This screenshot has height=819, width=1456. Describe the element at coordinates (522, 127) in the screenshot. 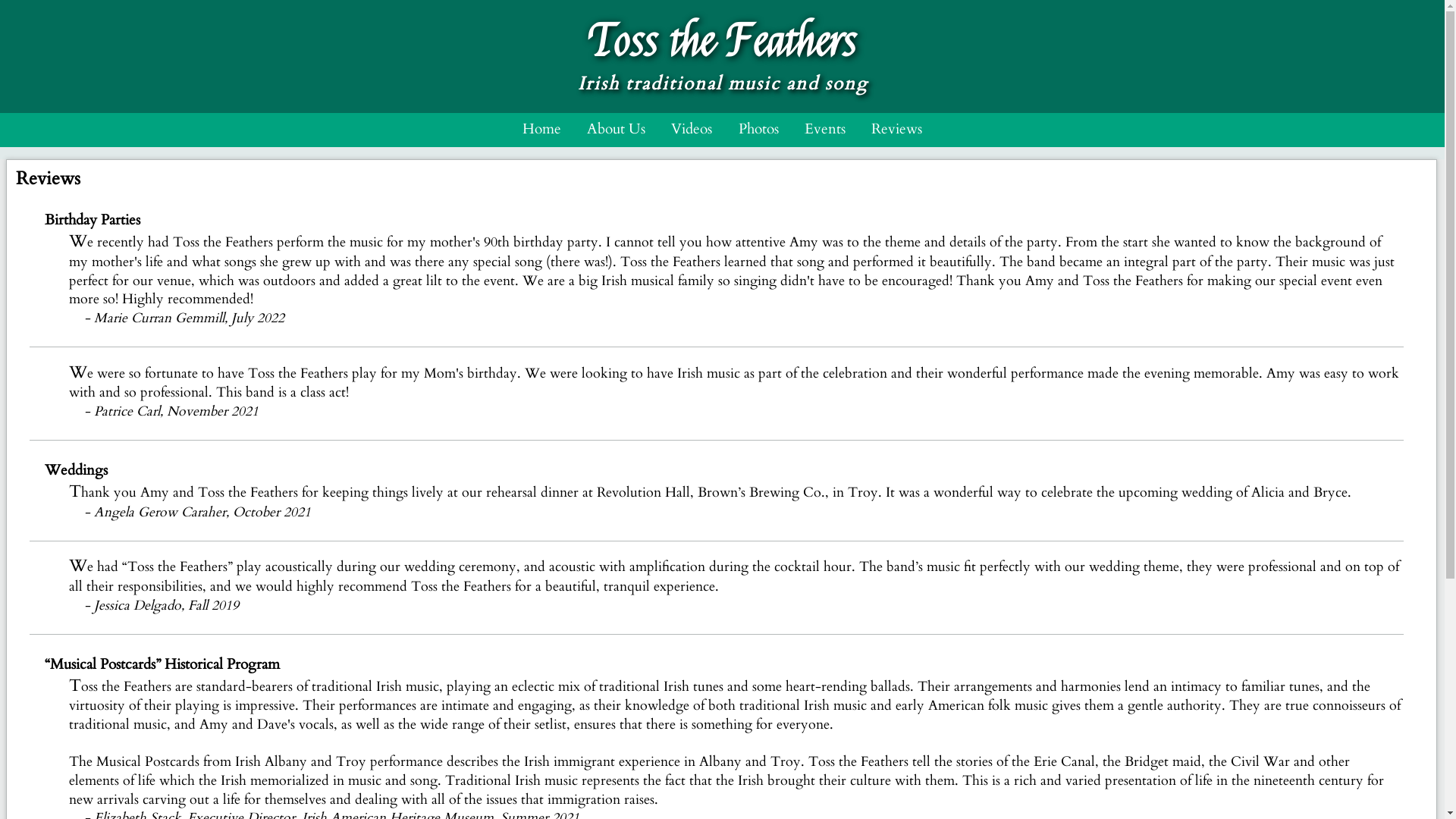

I see `'Home'` at that location.